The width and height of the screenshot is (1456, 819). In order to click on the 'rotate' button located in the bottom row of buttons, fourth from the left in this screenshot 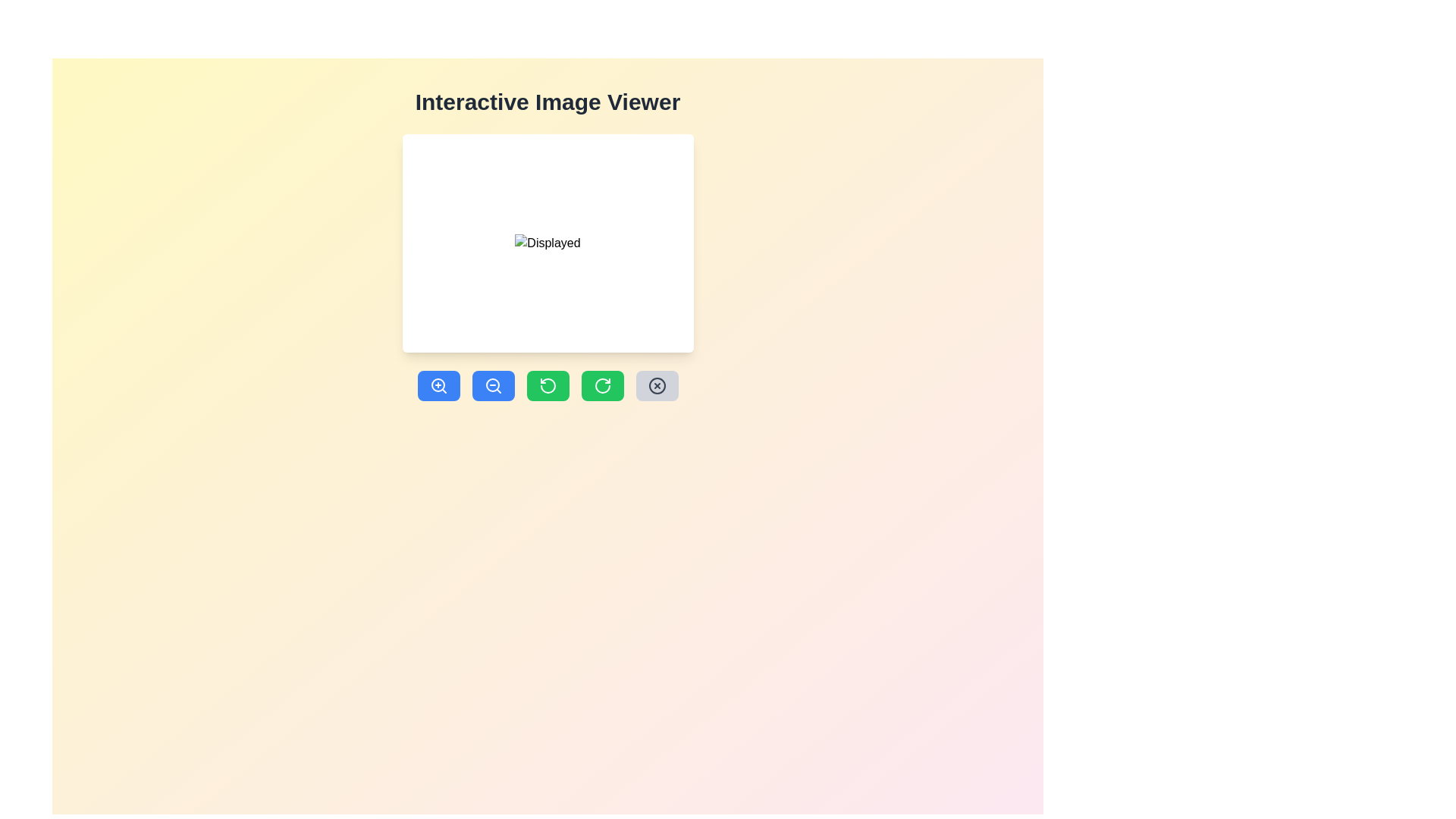, I will do `click(601, 385)`.